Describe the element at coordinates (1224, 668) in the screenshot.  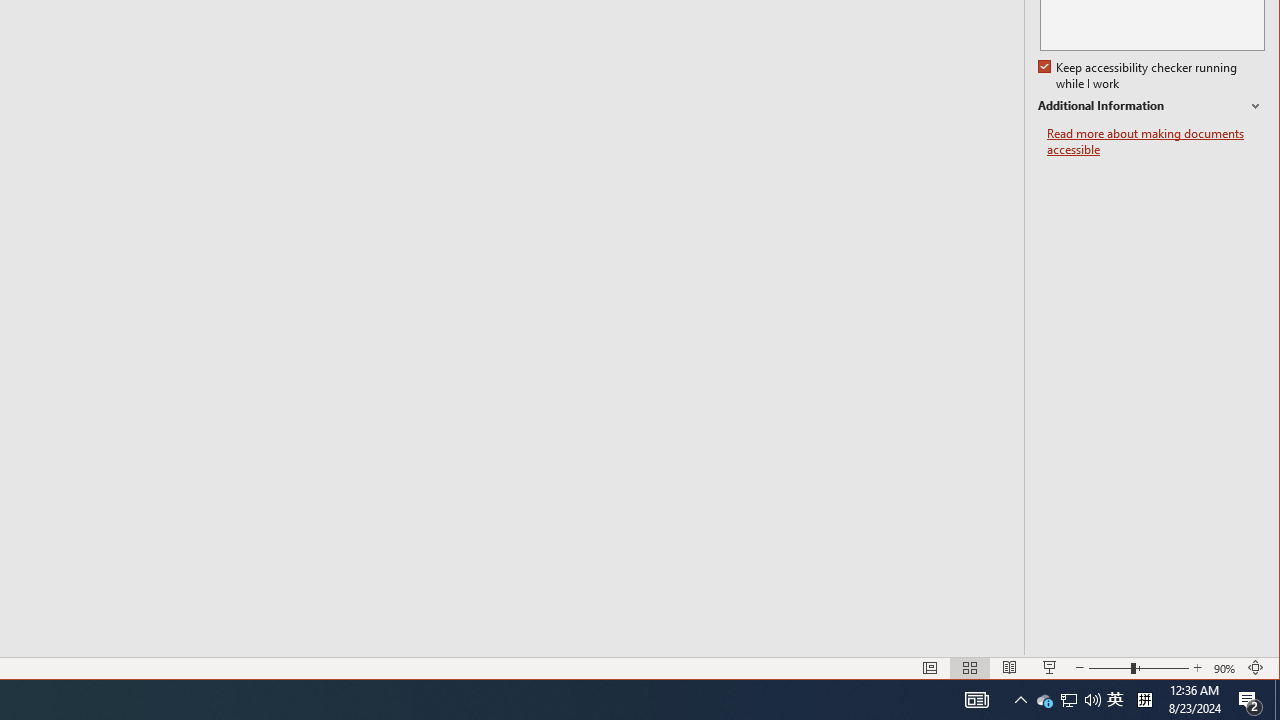
I see `'Zoom 90%'` at that location.